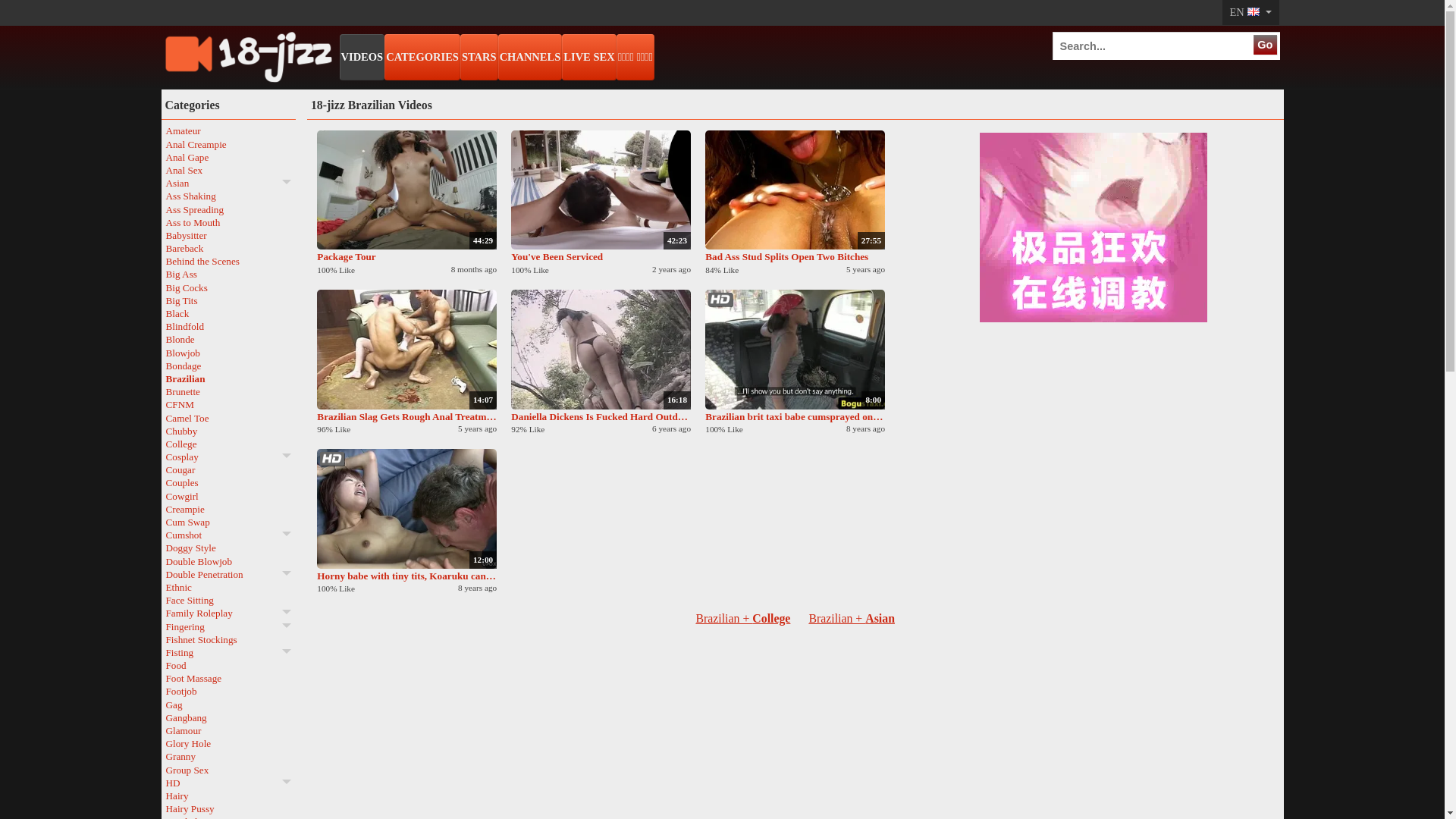  Describe the element at coordinates (742, 618) in the screenshot. I see `'Brazilian + College'` at that location.